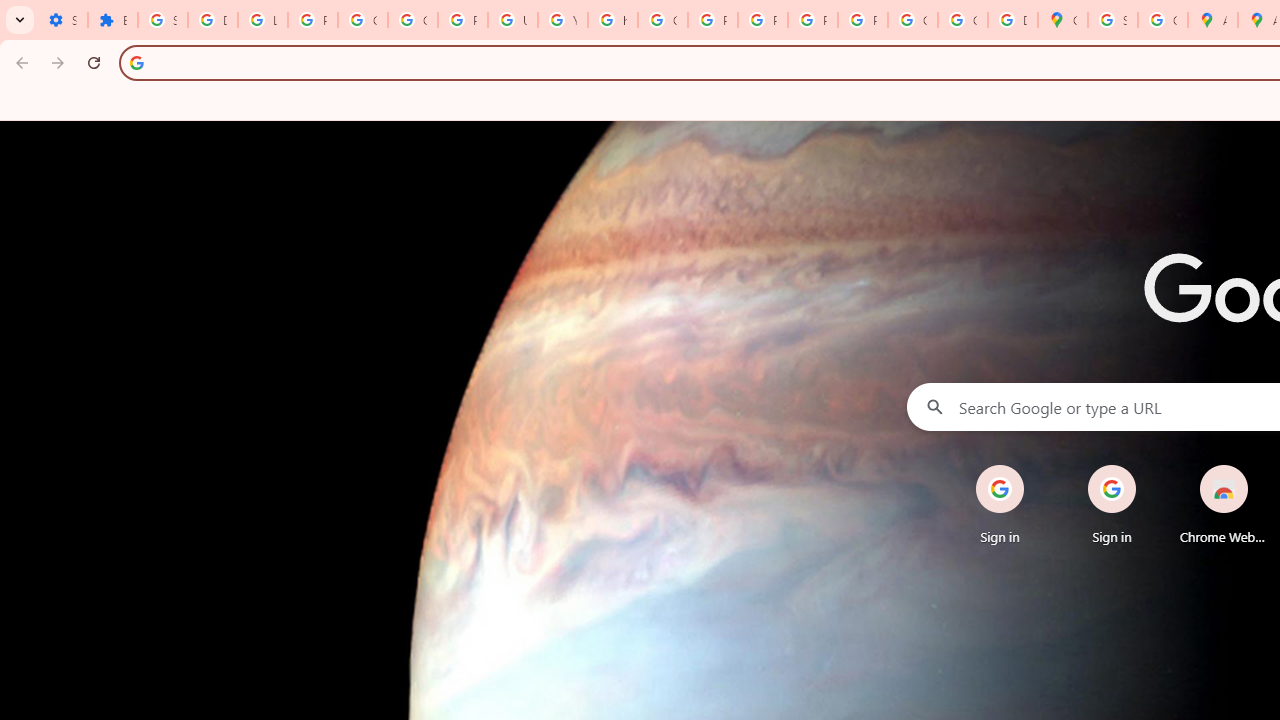 Image resolution: width=1280 pixels, height=720 pixels. Describe the element at coordinates (19, 61) in the screenshot. I see `'Back'` at that location.